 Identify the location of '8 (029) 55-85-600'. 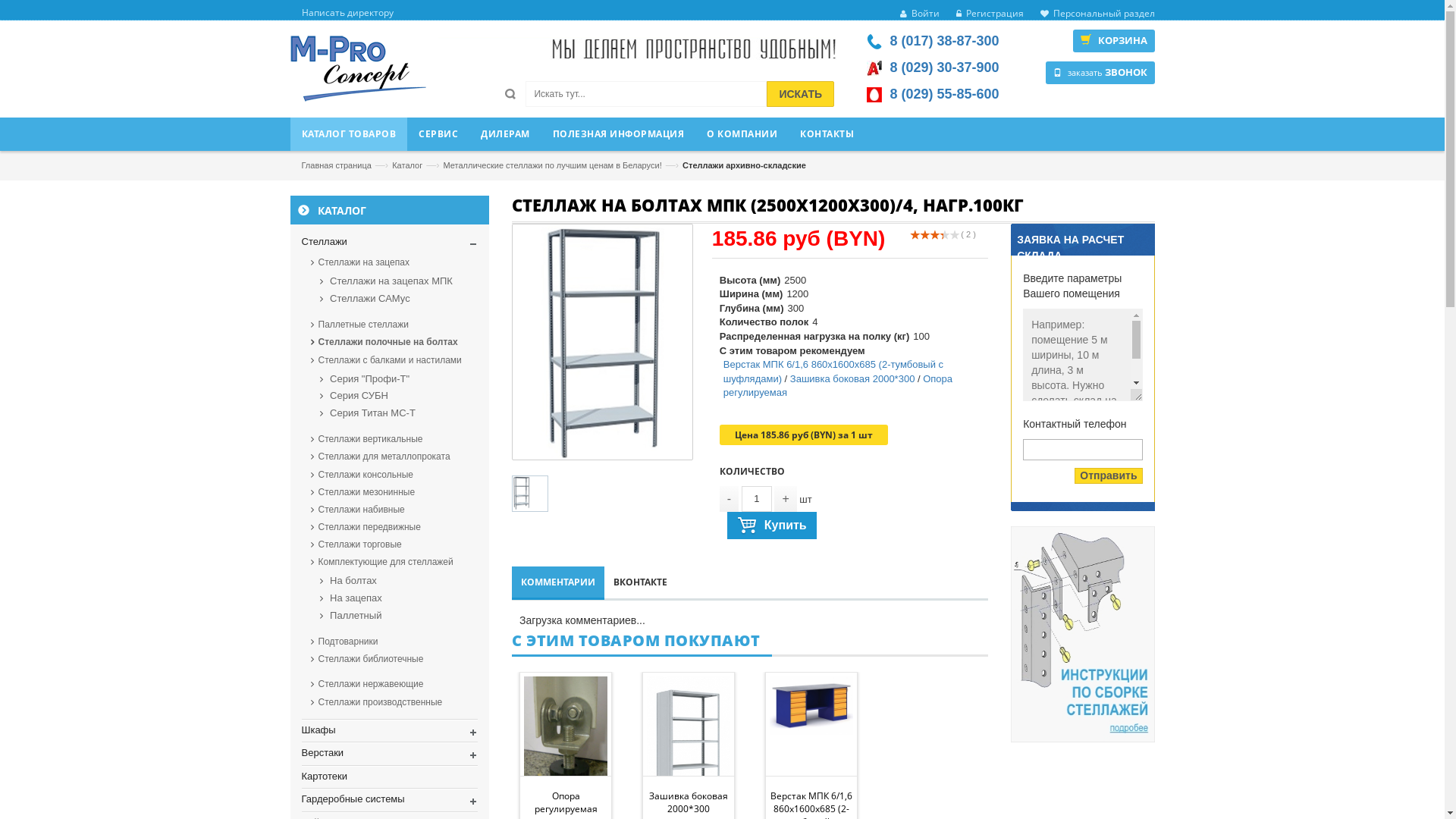
(943, 93).